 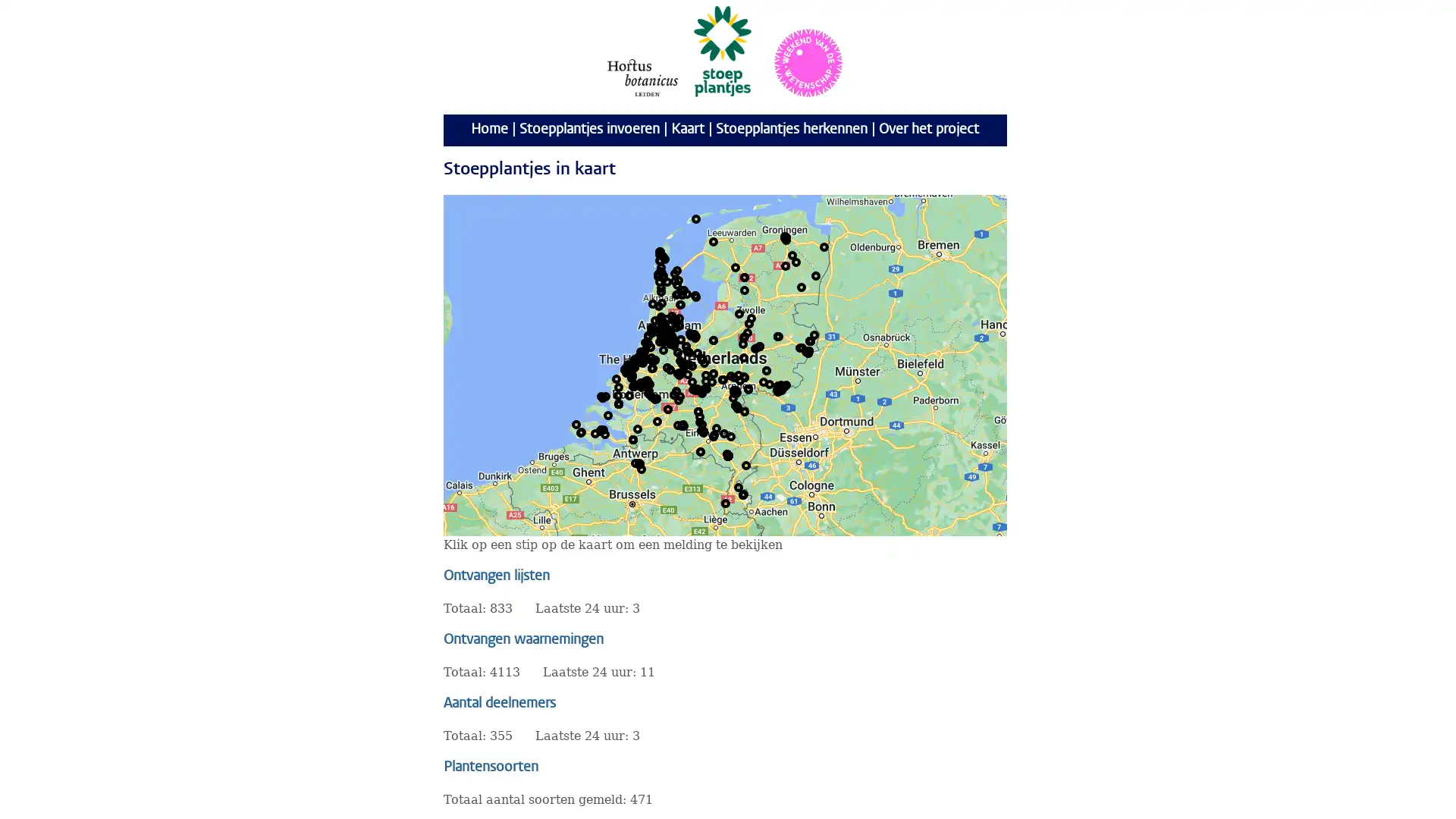 What do you see at coordinates (728, 455) in the screenshot?
I see `Telling van op 15 mei 2022` at bounding box center [728, 455].